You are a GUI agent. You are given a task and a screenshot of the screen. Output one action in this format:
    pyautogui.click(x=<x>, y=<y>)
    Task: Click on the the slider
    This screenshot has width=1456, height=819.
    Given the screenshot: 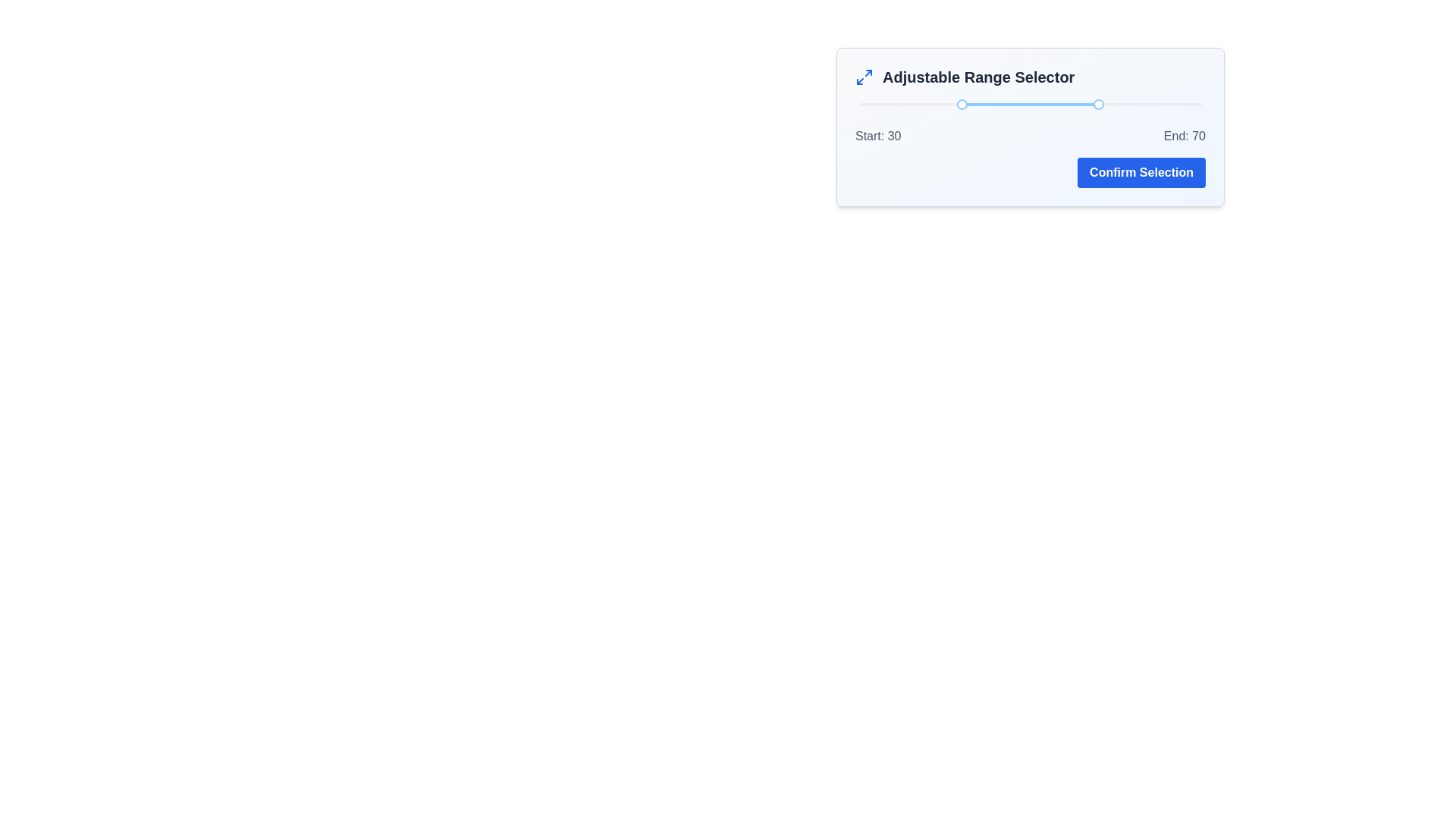 What is the action you would take?
    pyautogui.click(x=1069, y=104)
    